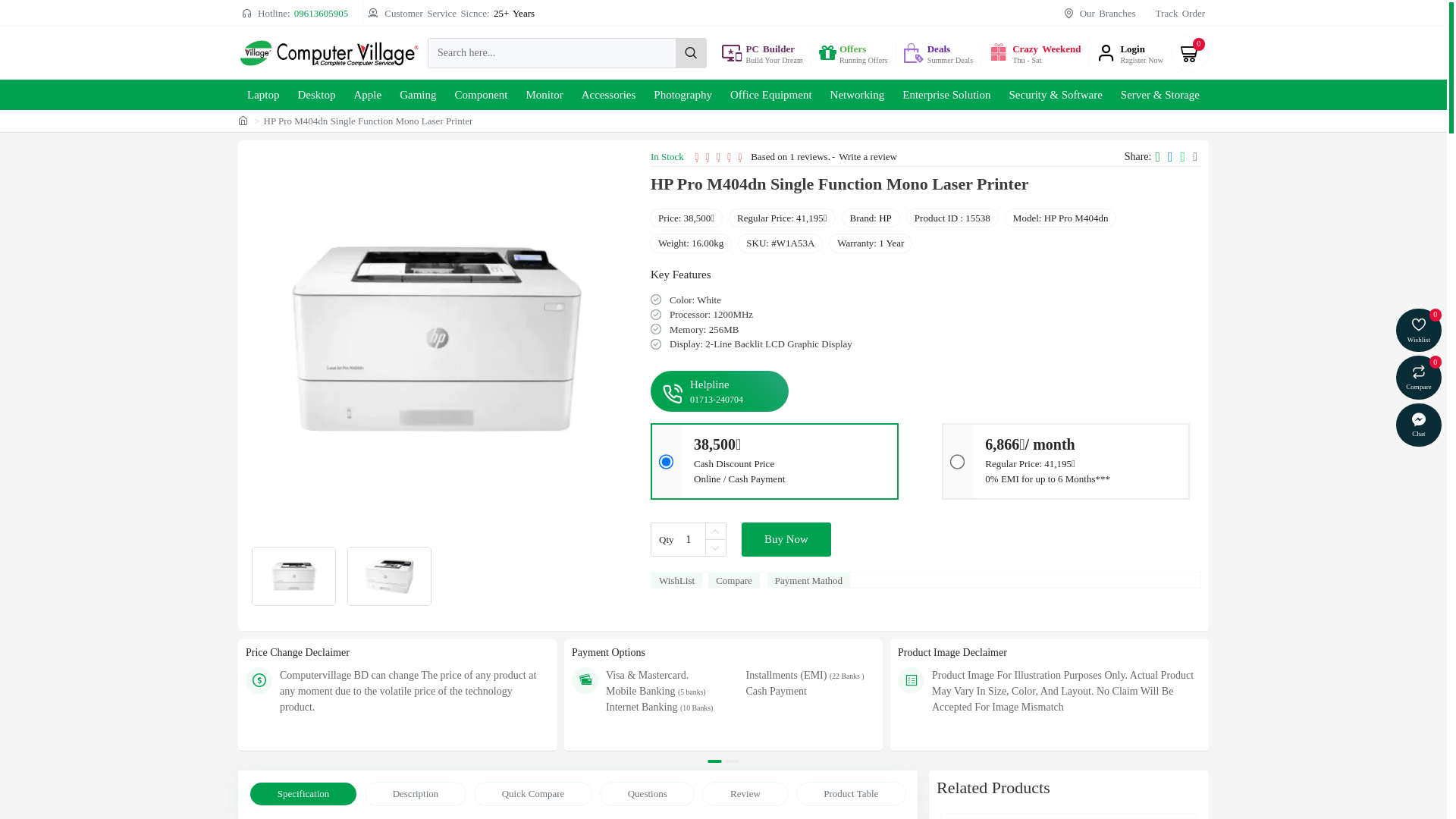 This screenshot has width=1456, height=819. Describe the element at coordinates (852, 52) in the screenshot. I see `'Offers` at that location.